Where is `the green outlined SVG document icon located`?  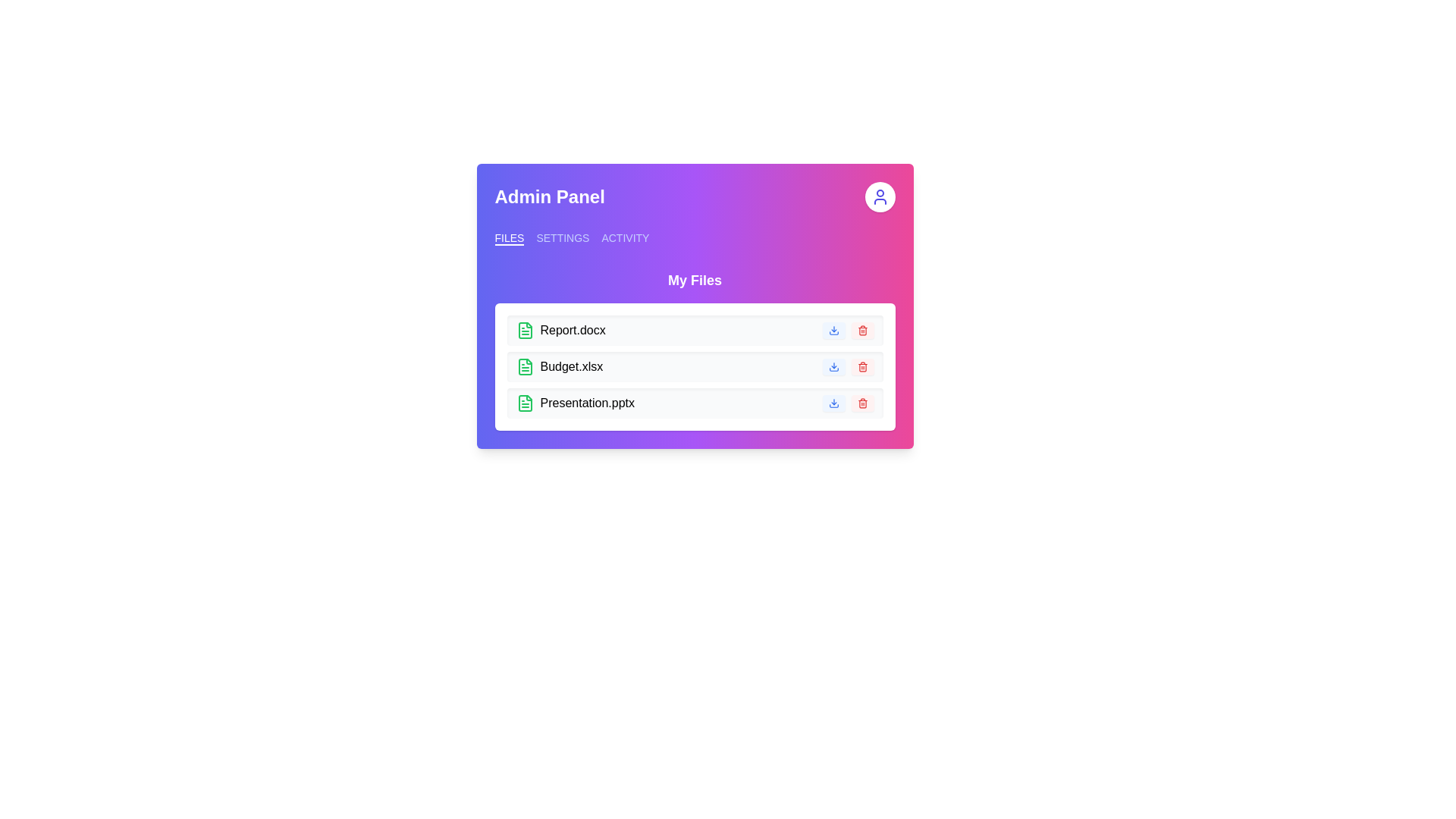 the green outlined SVG document icon located is located at coordinates (525, 366).